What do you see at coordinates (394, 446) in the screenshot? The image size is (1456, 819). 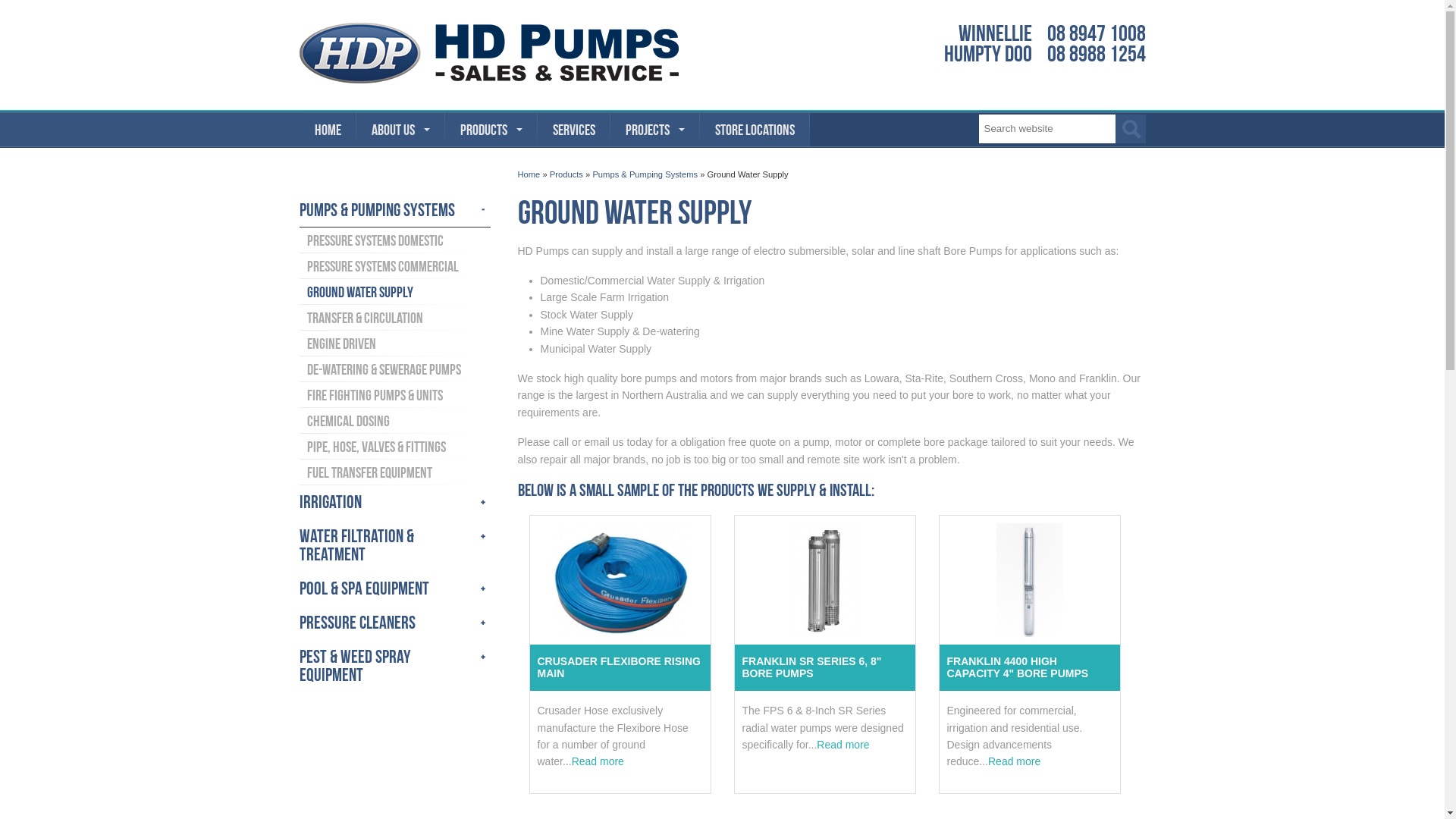 I see `'PIPE, HOSE, VALVES & FITTINGS'` at bounding box center [394, 446].